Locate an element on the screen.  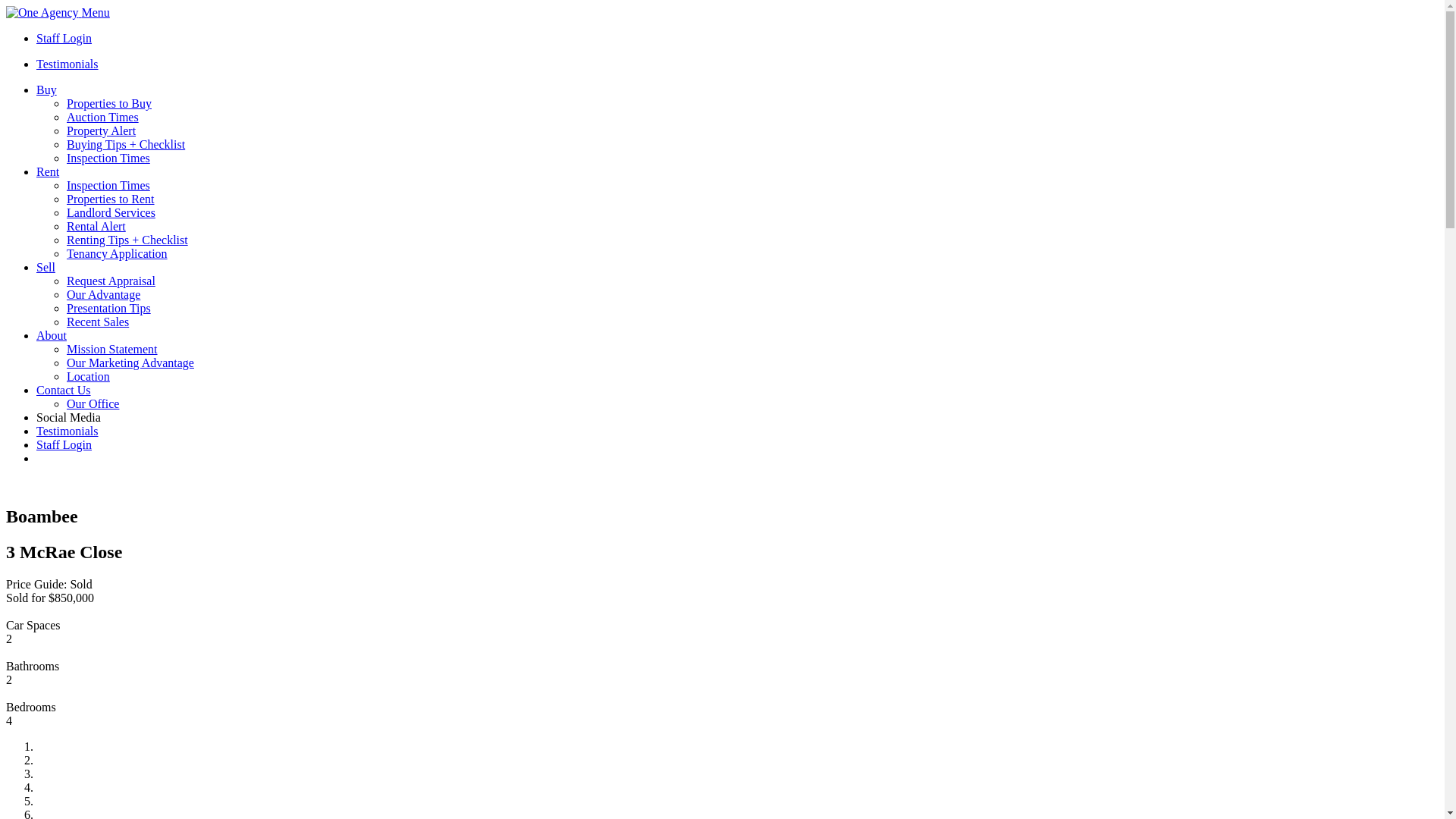
'Properties to Buy' is located at coordinates (65, 102).